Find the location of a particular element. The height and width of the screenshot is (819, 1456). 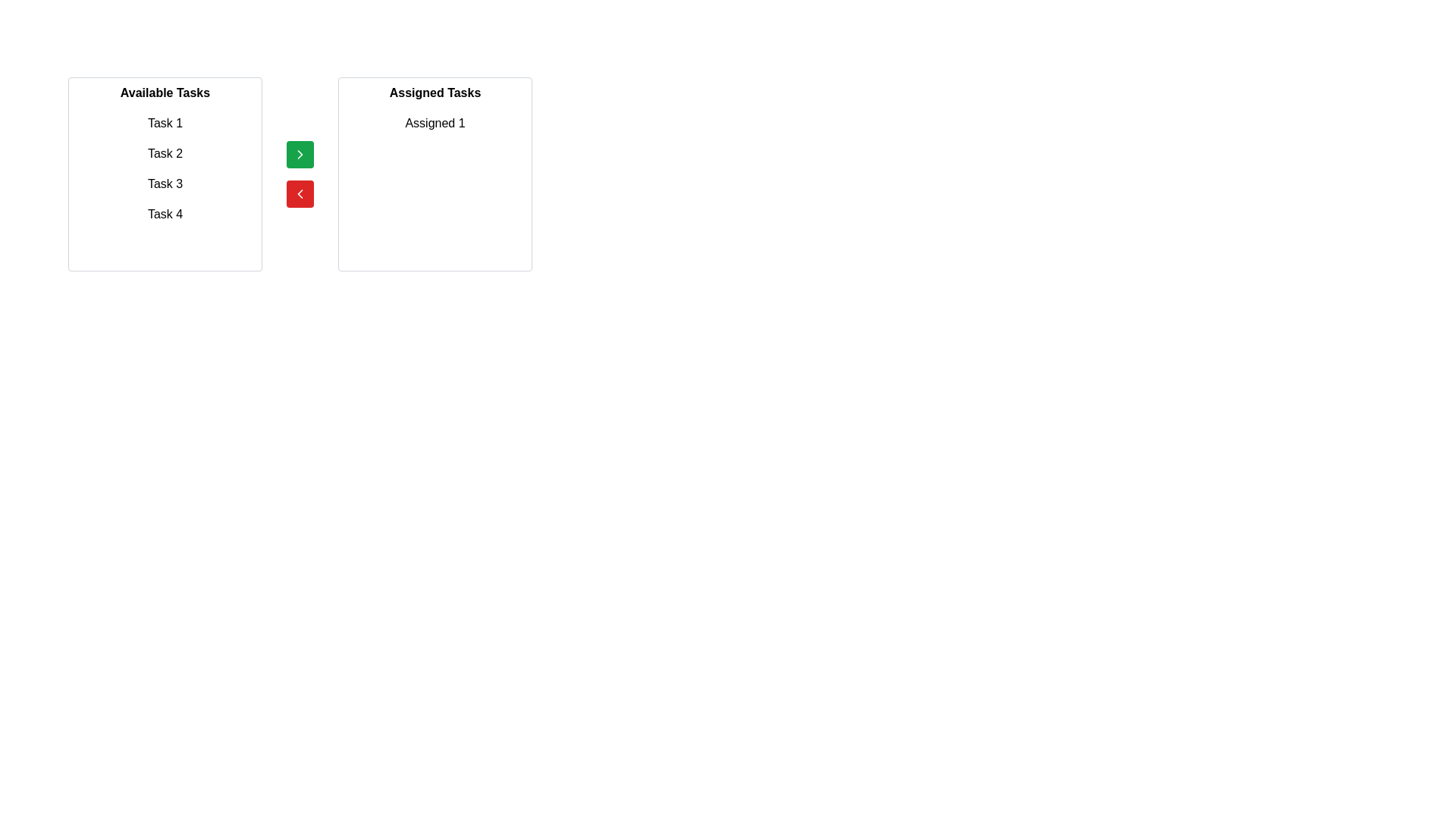

the interactive icon button located within a red circular button that removes items from the 'Assigned Tasks' list is located at coordinates (300, 193).